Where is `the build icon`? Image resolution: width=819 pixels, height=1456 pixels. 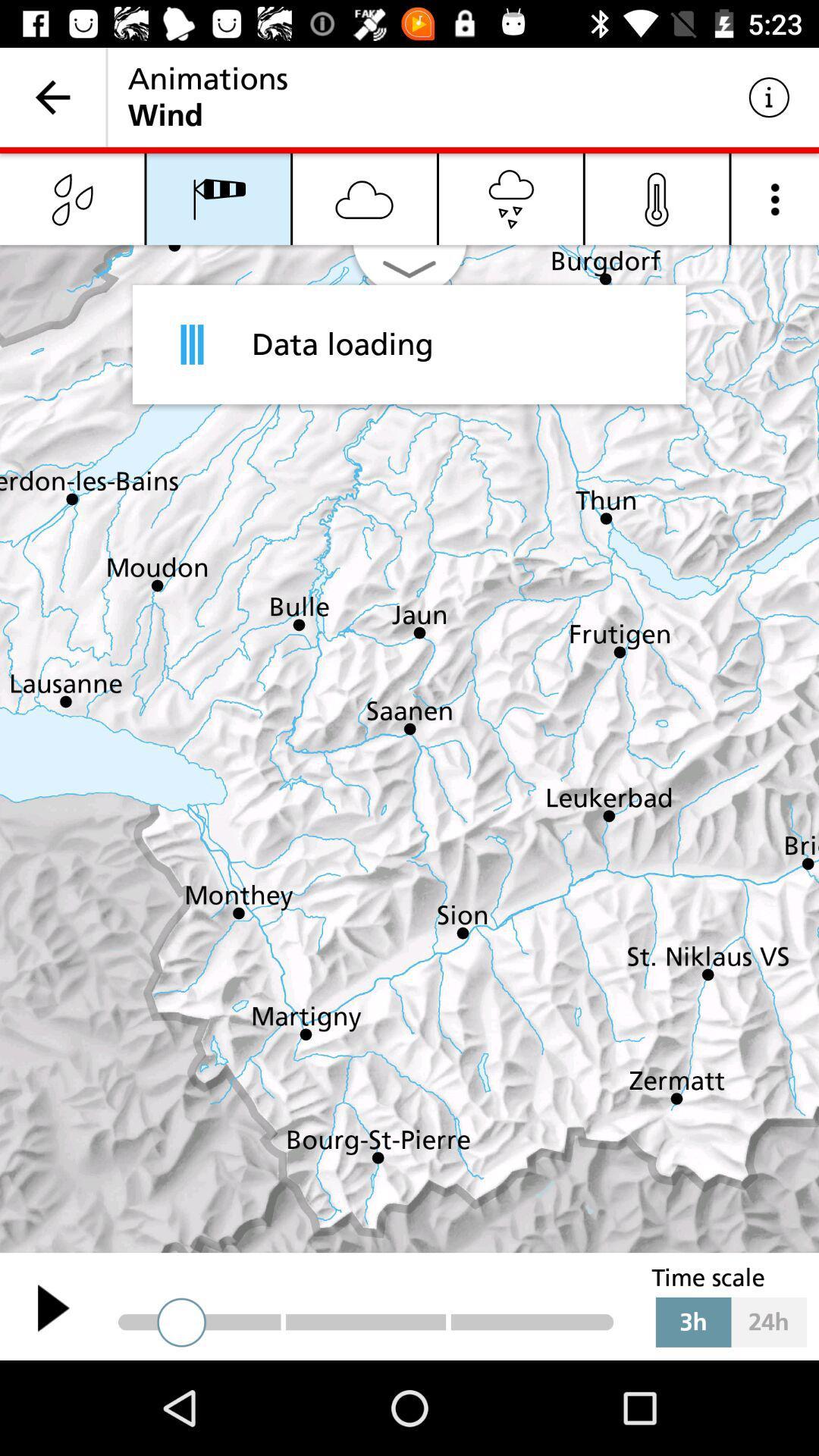
the build icon is located at coordinates (72, 198).